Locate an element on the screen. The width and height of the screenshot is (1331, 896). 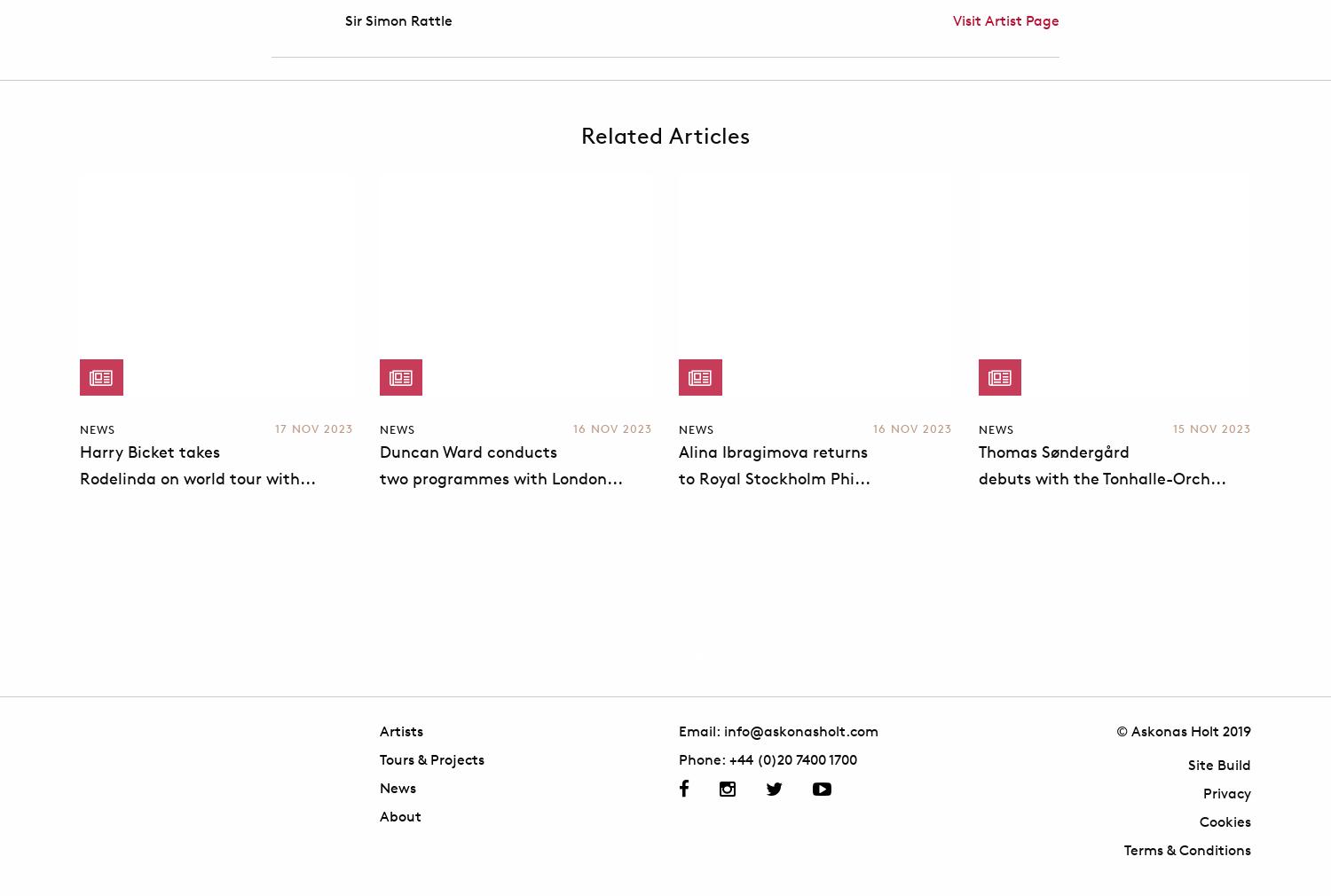
'Terms & Conditions' is located at coordinates (1186, 849).